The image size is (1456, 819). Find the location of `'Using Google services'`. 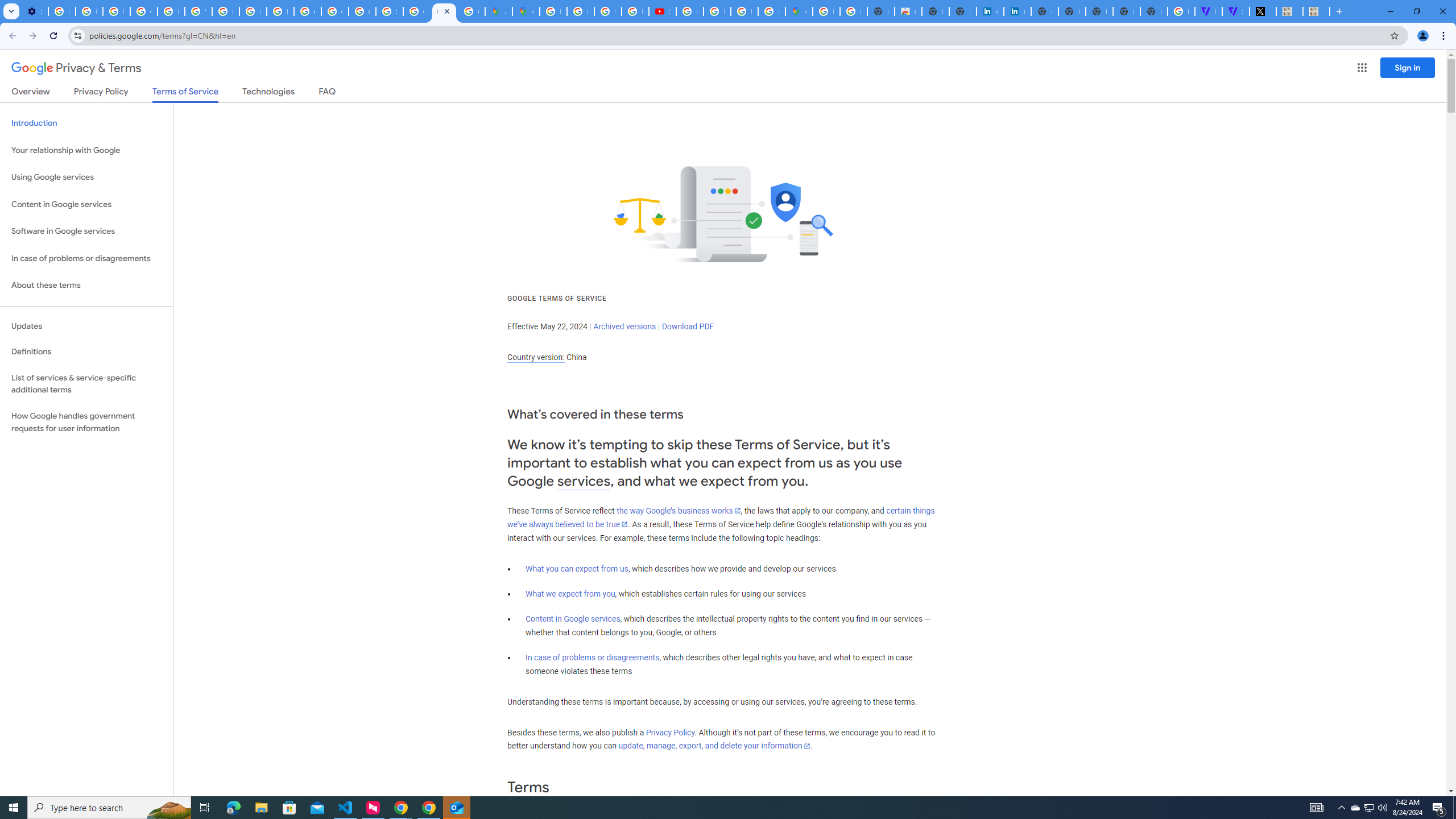

'Using Google services' is located at coordinates (86, 176).